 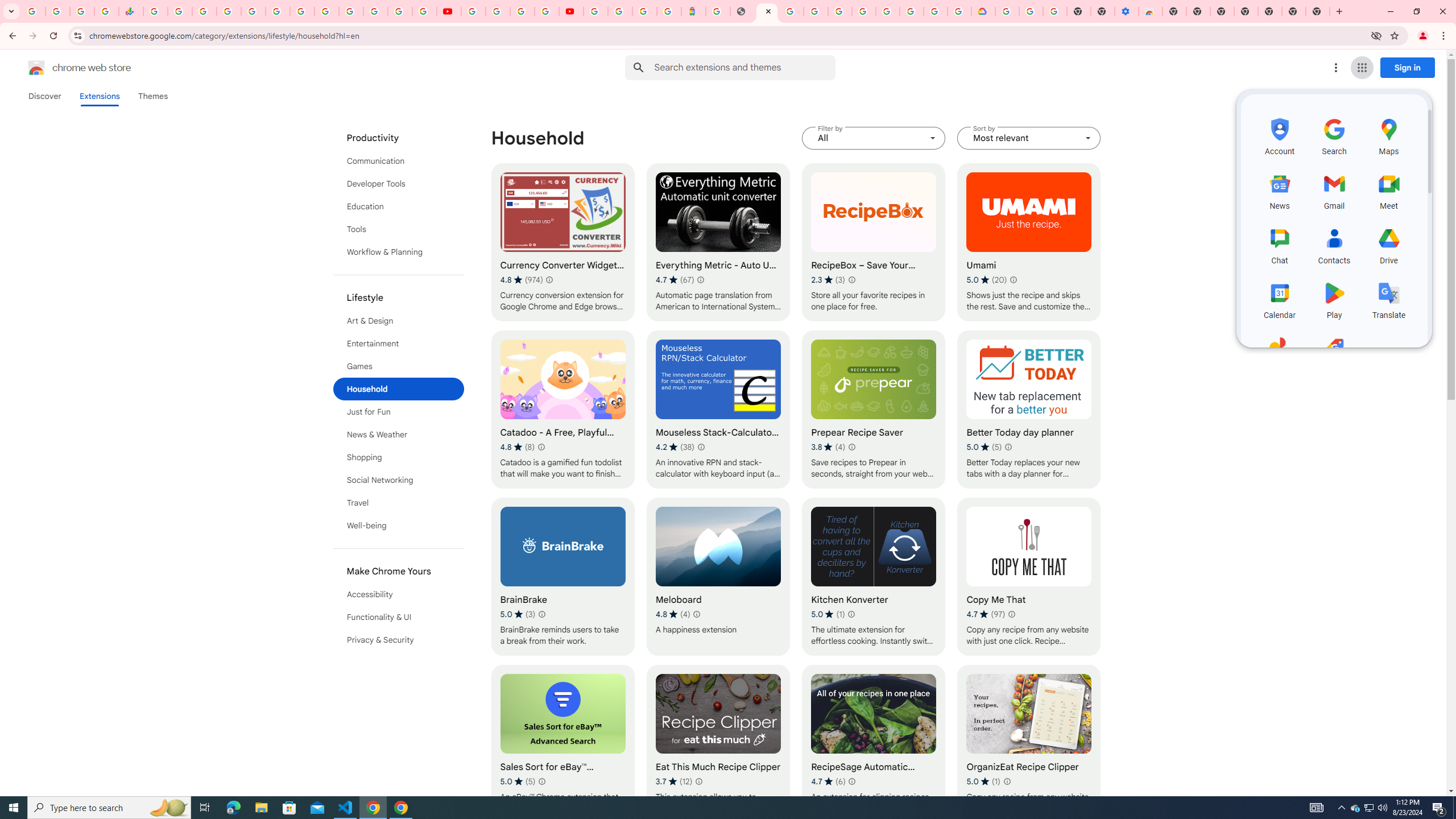 What do you see at coordinates (696, 614) in the screenshot?
I see `'Learn more about results and reviews "Meloboard"'` at bounding box center [696, 614].